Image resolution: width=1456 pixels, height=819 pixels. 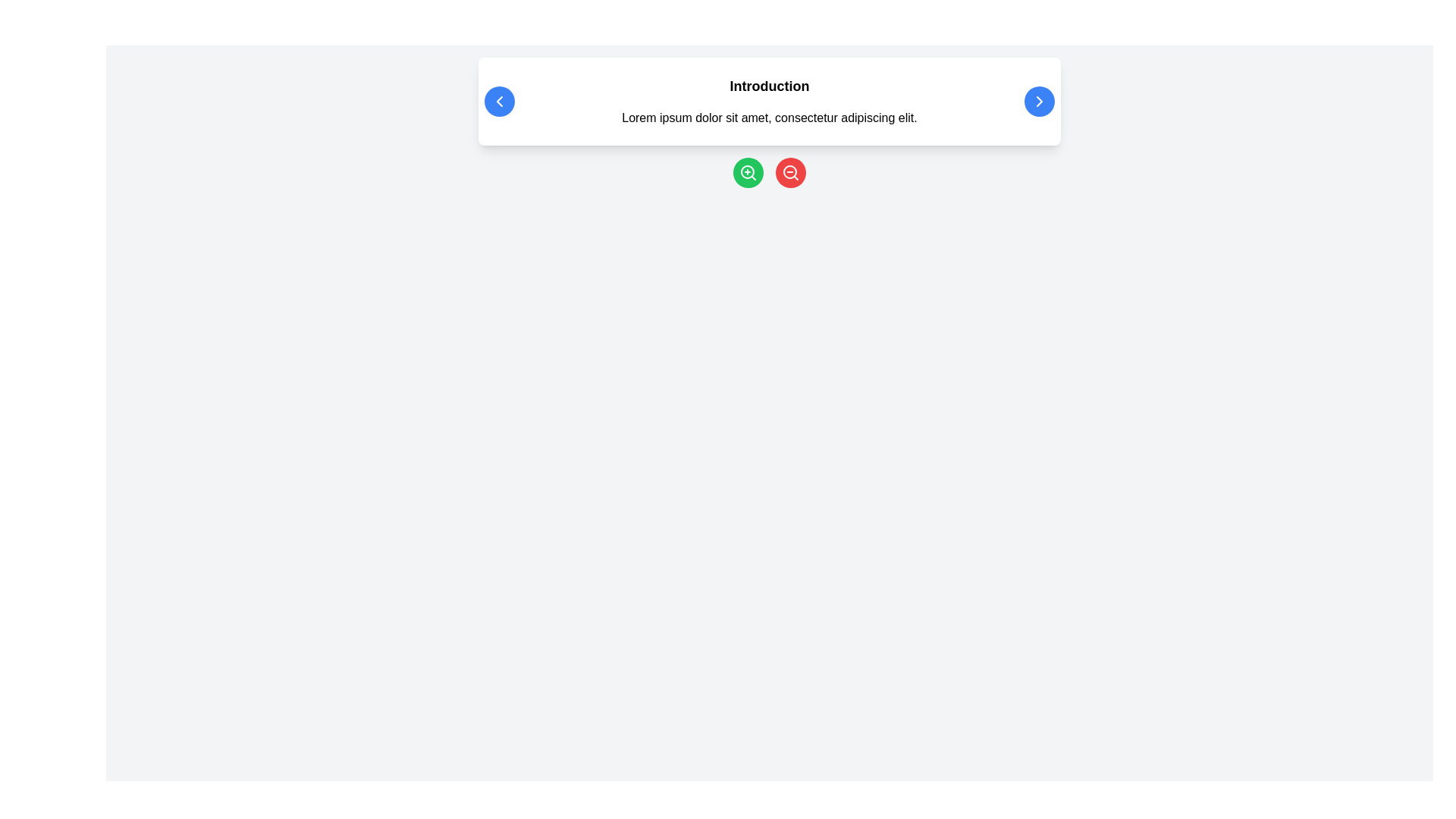 What do you see at coordinates (748, 171) in the screenshot?
I see `the zoom-in icon button located in the lower center of the interface` at bounding box center [748, 171].